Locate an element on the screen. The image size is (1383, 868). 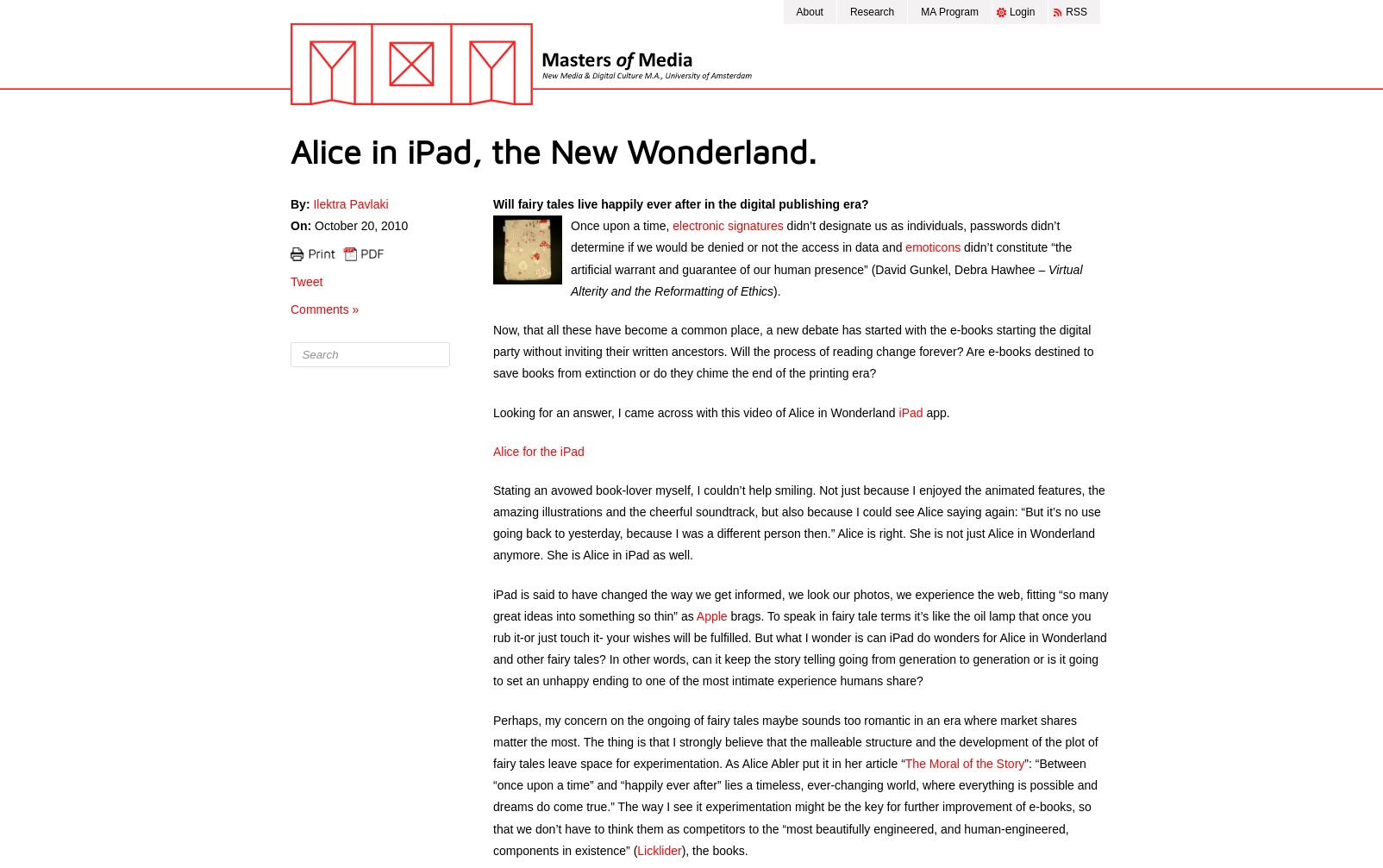
'By:' is located at coordinates (300, 204).